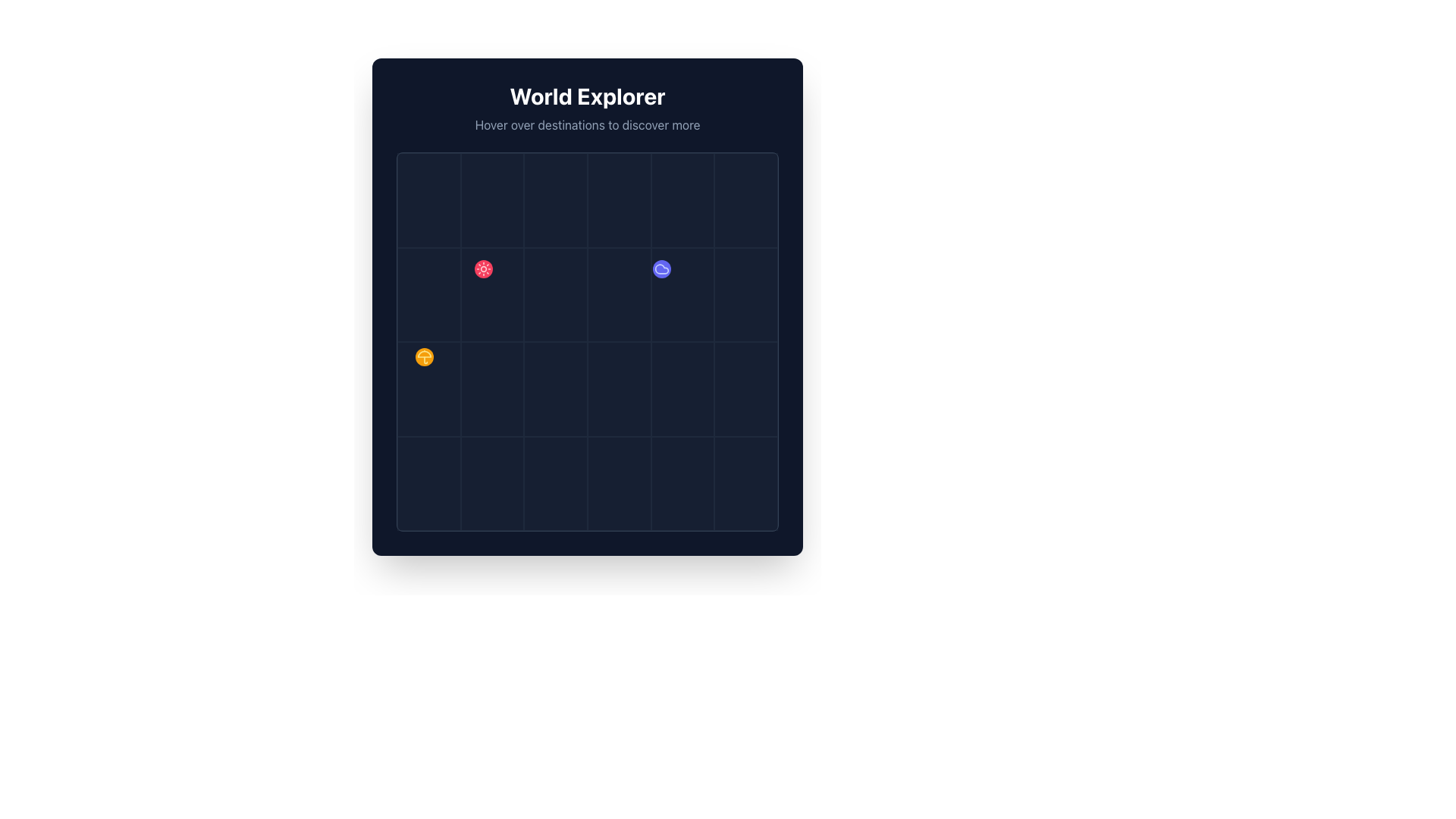 This screenshot has height=819, width=1456. Describe the element at coordinates (555, 294) in the screenshot. I see `the rectangular grid cell located in the third column of the second row, which is styled with a light slate border and is part of a larger grid layout` at that location.